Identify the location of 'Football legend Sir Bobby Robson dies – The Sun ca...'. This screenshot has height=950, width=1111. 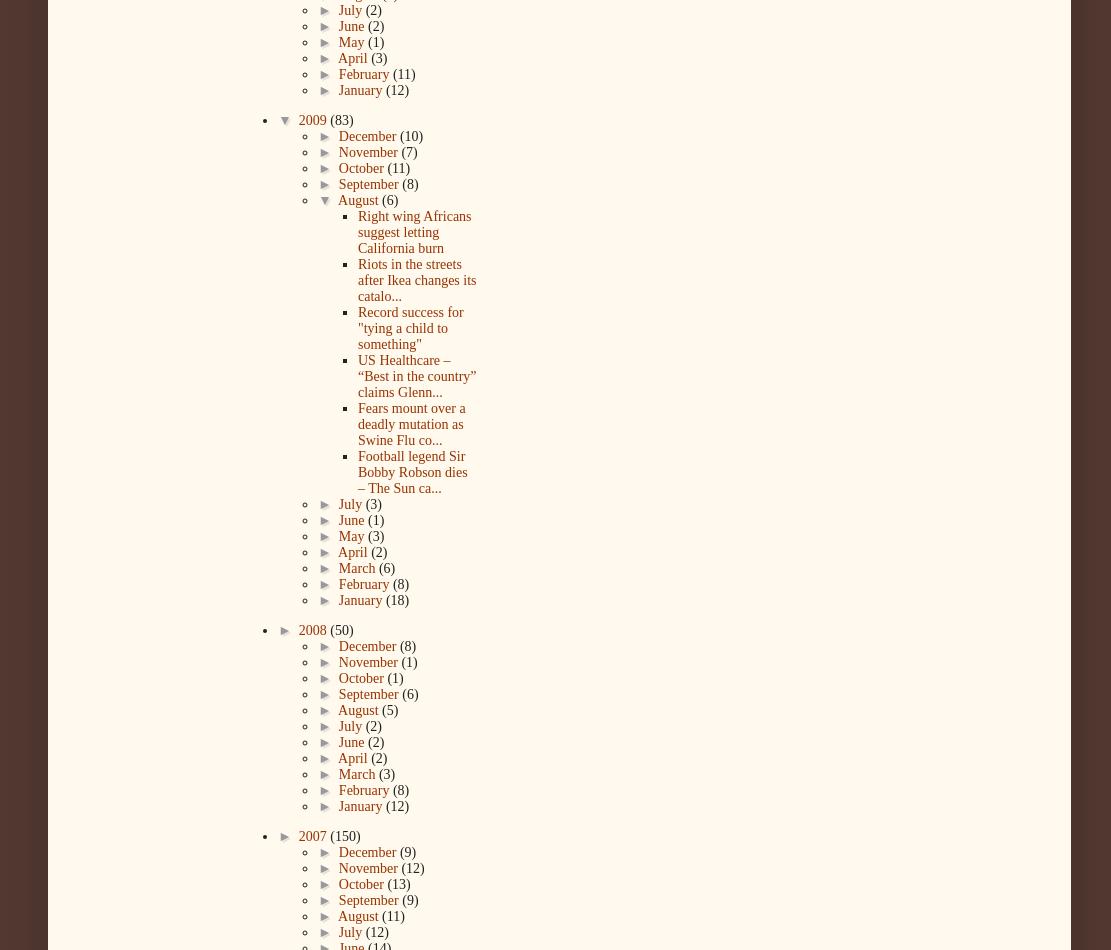
(356, 471).